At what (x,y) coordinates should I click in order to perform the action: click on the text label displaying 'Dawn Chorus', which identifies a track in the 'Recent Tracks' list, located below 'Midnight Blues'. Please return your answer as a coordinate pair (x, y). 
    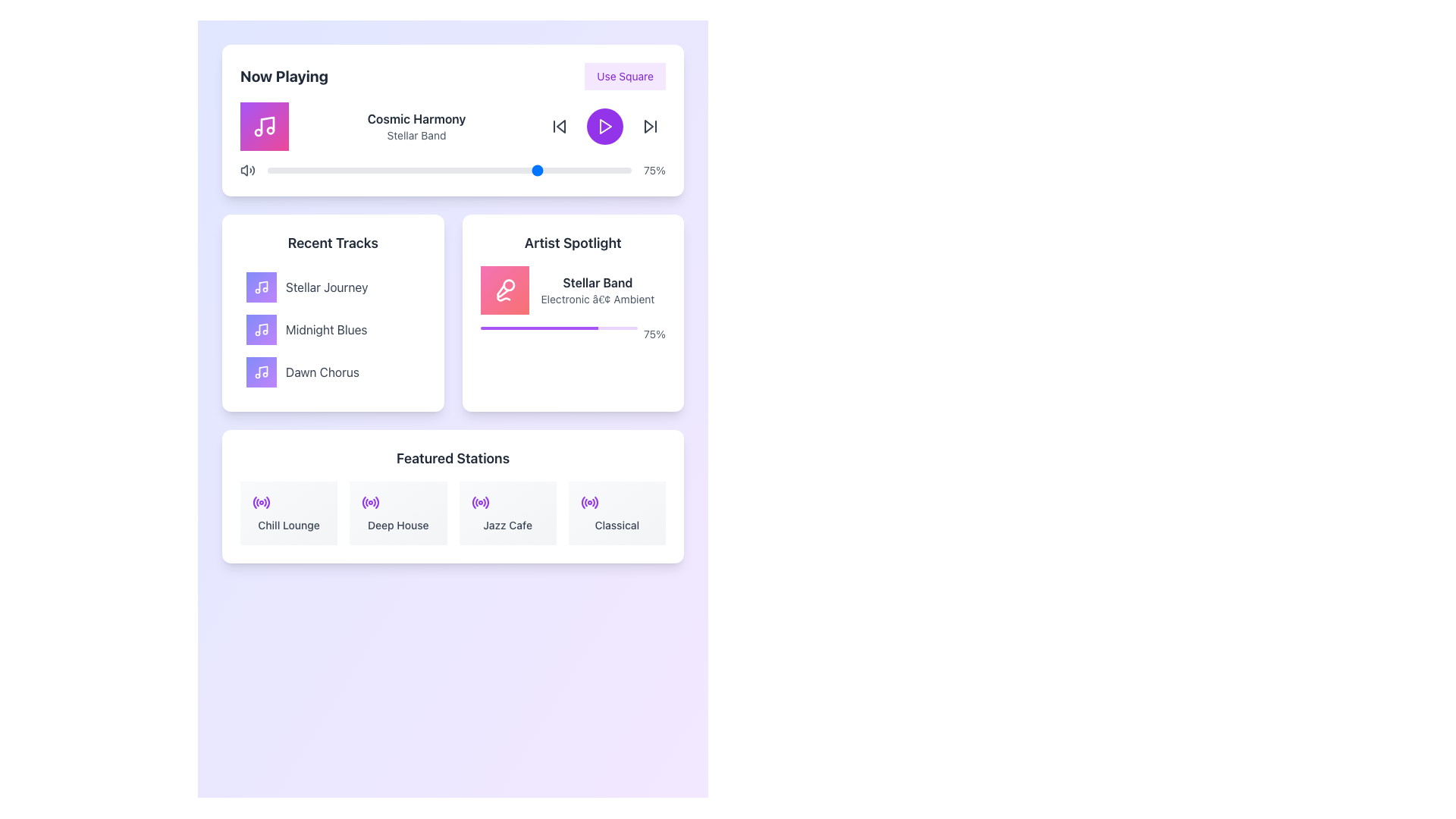
    Looking at the image, I should click on (322, 372).